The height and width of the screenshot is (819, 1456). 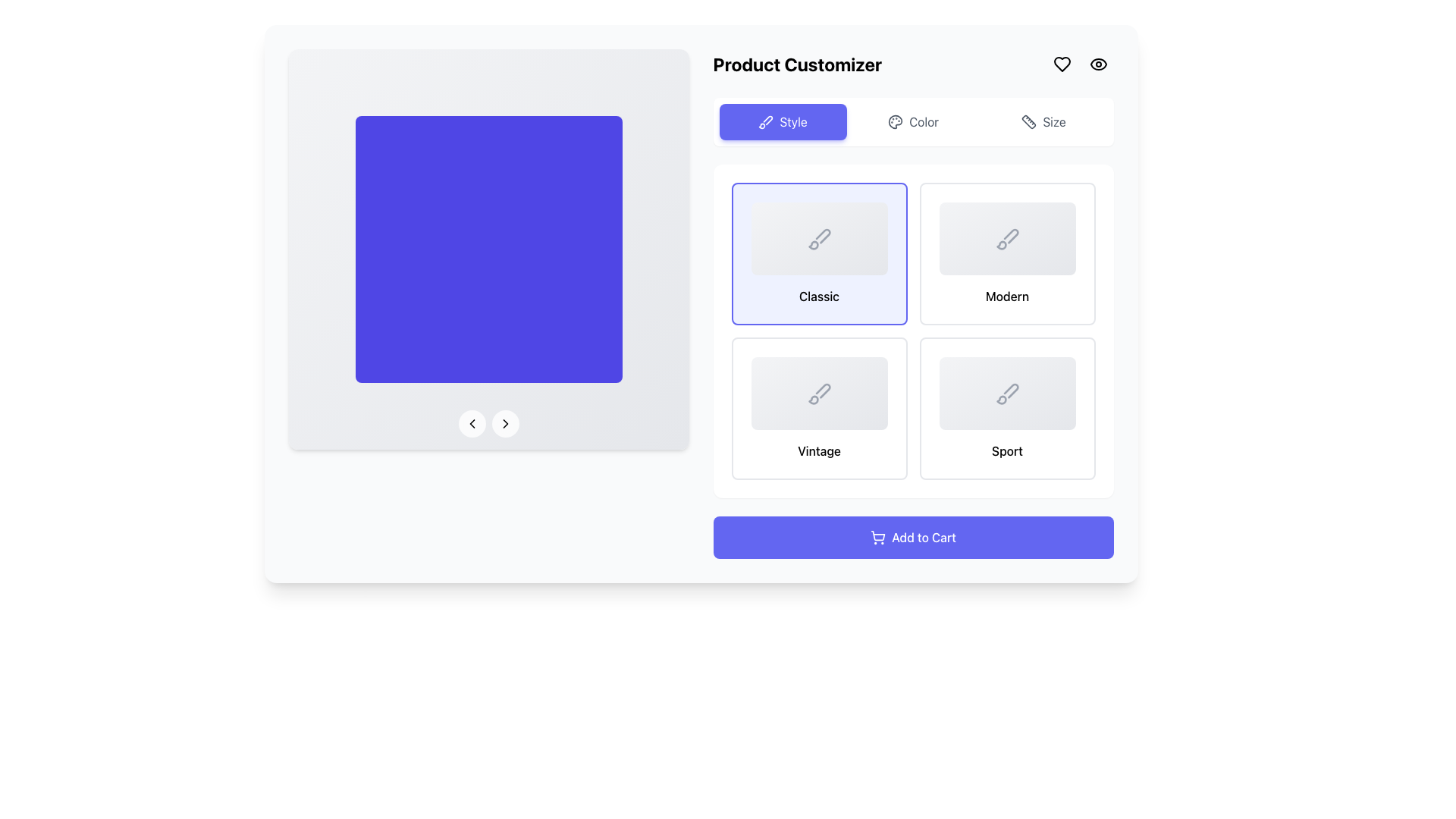 What do you see at coordinates (471, 424) in the screenshot?
I see `the left-pointing chevron arrow icon, which serves as a navigational button for moving leftward through a carousel` at bounding box center [471, 424].